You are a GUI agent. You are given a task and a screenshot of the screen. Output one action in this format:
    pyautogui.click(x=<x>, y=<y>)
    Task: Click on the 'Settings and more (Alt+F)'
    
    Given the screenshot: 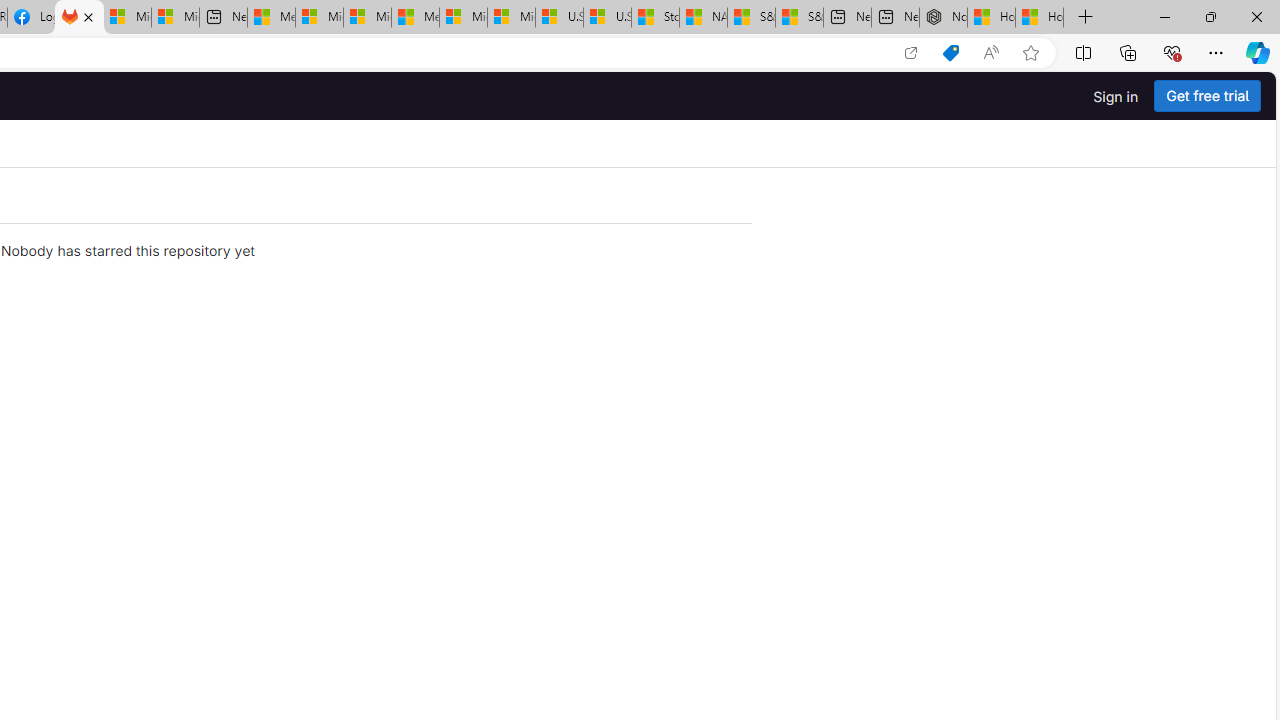 What is the action you would take?
    pyautogui.click(x=1215, y=51)
    